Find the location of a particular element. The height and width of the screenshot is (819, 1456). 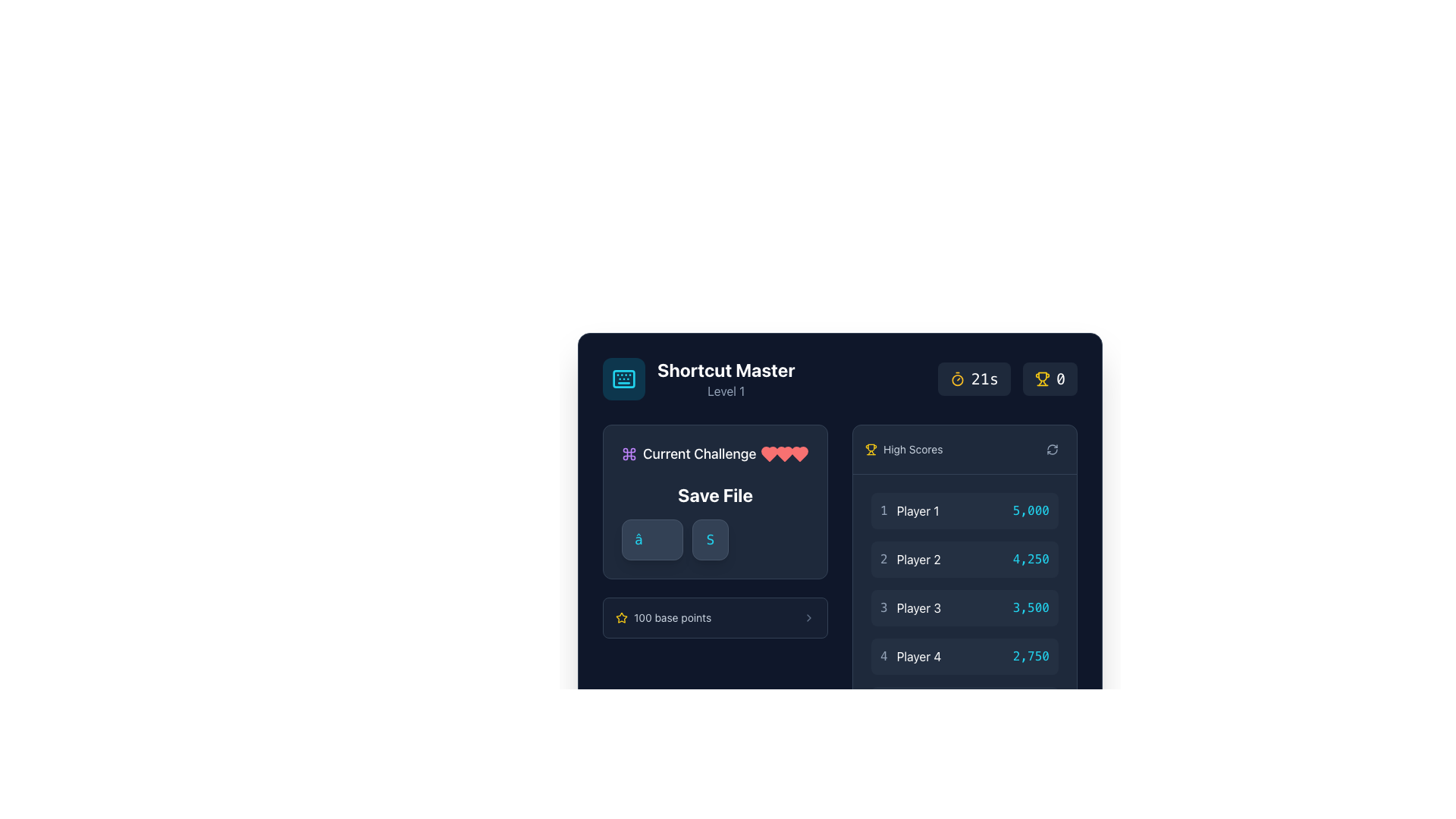

the trophy icon with yellow accent, located to the left of the number '0' in the top-right corner of the interface is located at coordinates (1041, 378).